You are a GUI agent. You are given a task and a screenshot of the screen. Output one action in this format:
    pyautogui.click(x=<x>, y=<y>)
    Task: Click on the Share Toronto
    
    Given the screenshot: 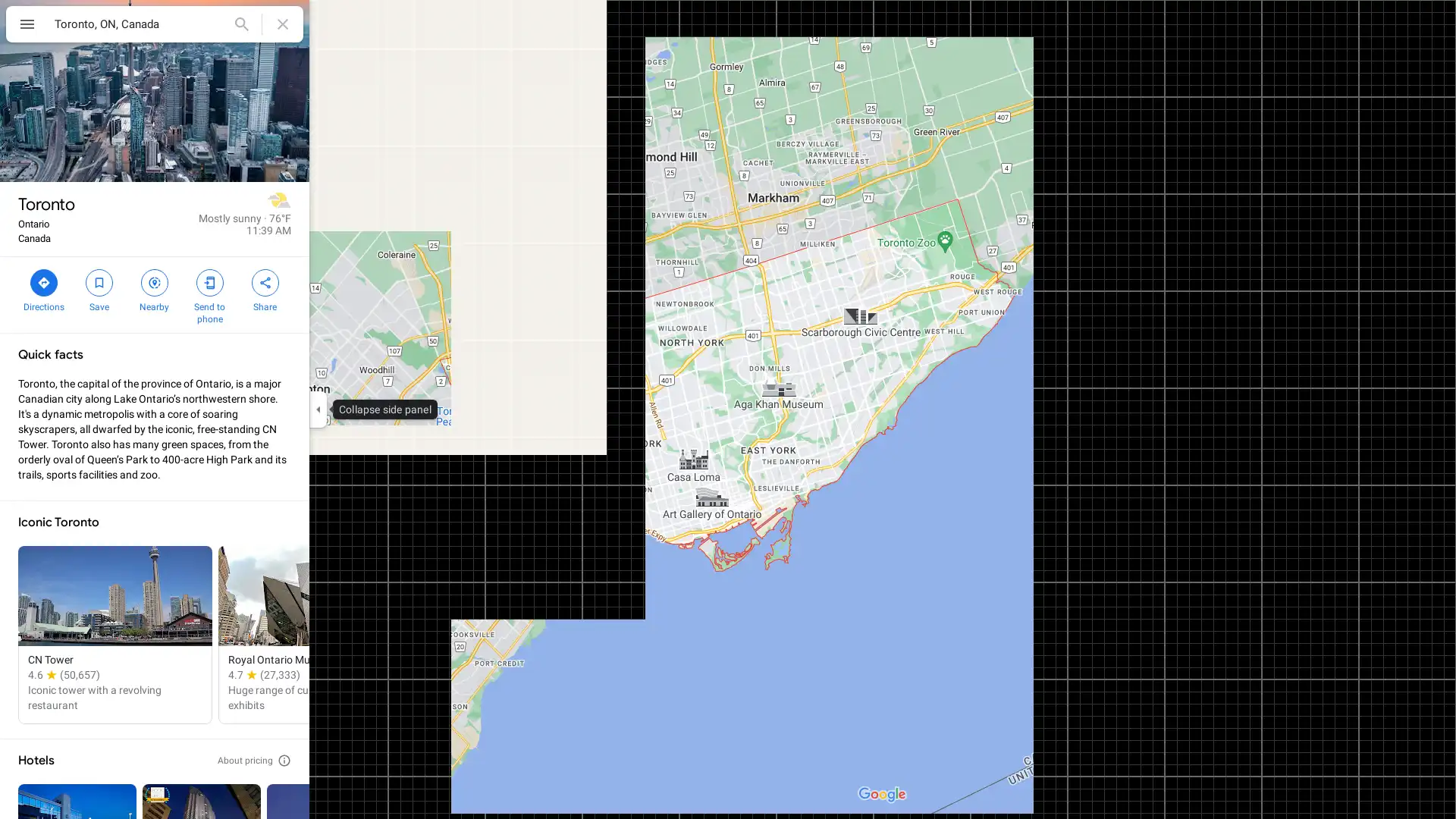 What is the action you would take?
    pyautogui.click(x=265, y=289)
    